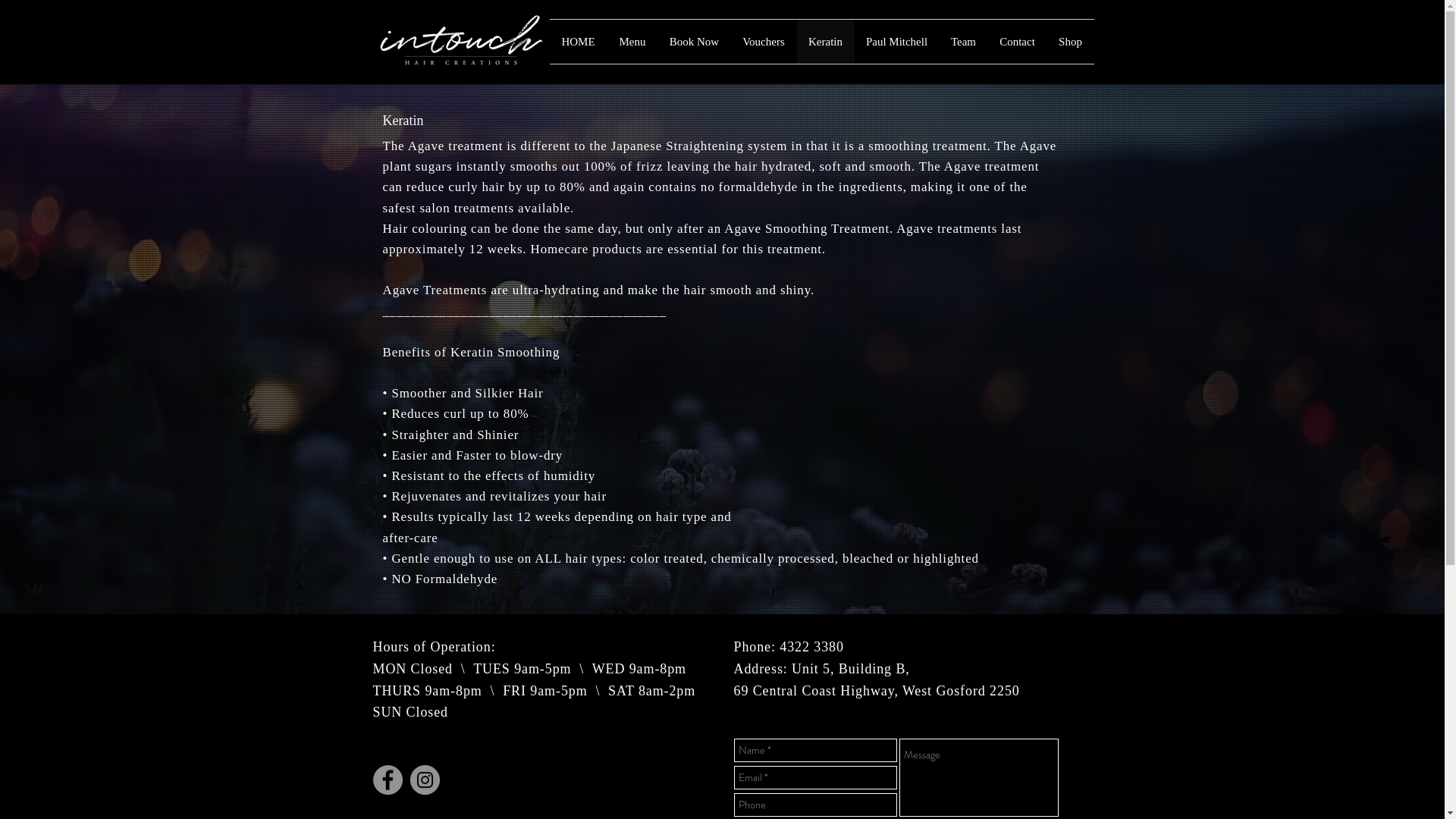  I want to click on 'Shop', so click(1069, 40).